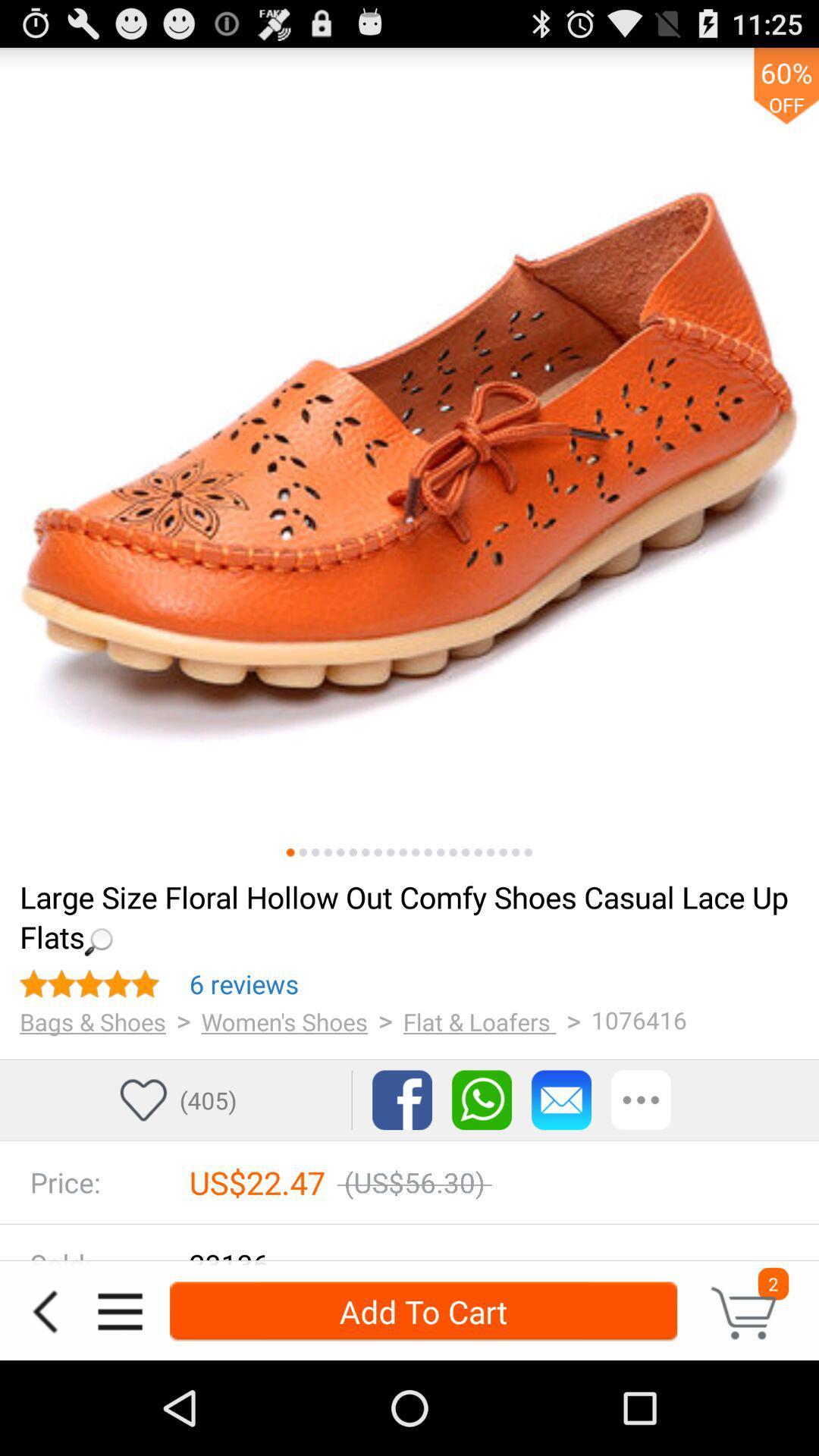  Describe the element at coordinates (340, 852) in the screenshot. I see `image 5` at that location.